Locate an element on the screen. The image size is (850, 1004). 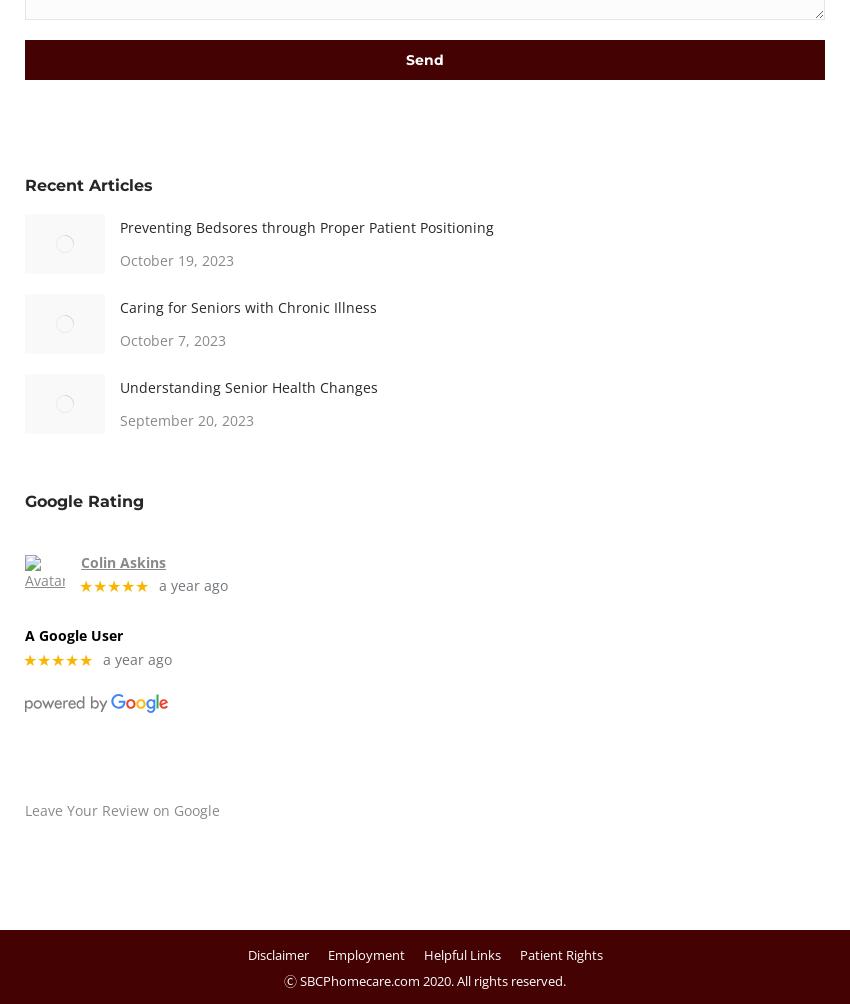
'Colin Askins' is located at coordinates (121, 561).